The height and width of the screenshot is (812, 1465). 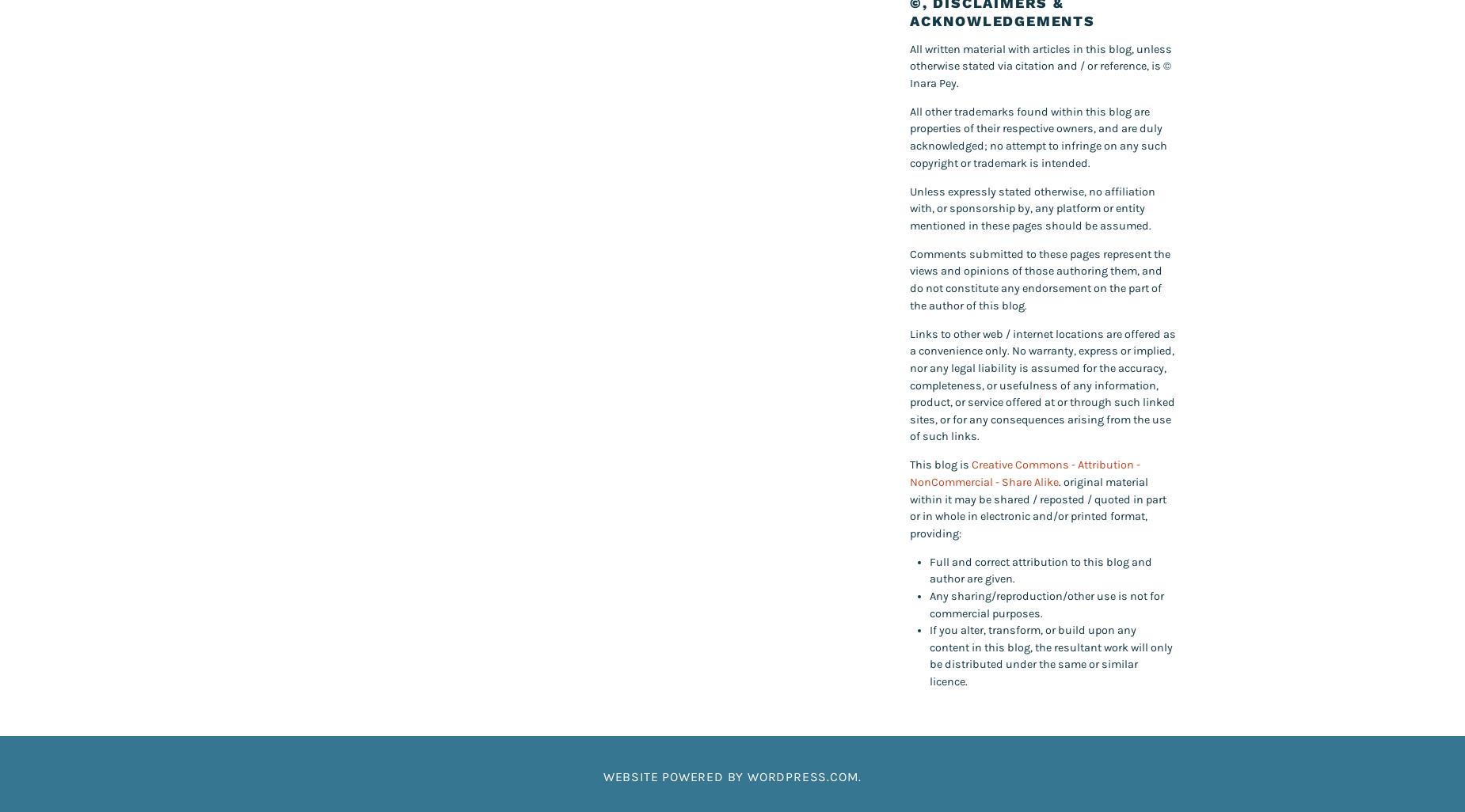 What do you see at coordinates (730, 776) in the screenshot?
I see `'Website Powered by WordPress.com'` at bounding box center [730, 776].